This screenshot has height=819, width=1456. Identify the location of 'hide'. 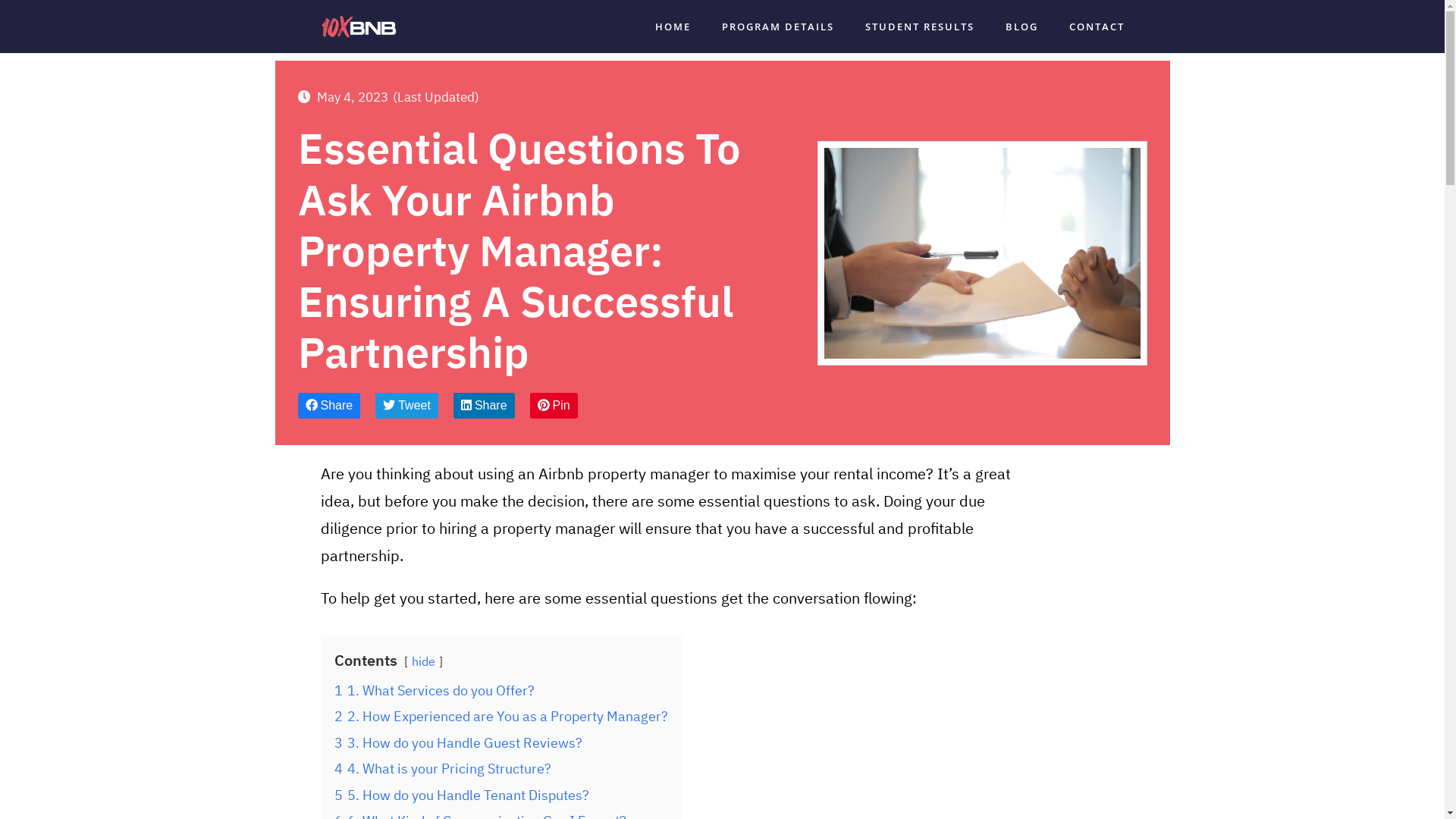
(422, 660).